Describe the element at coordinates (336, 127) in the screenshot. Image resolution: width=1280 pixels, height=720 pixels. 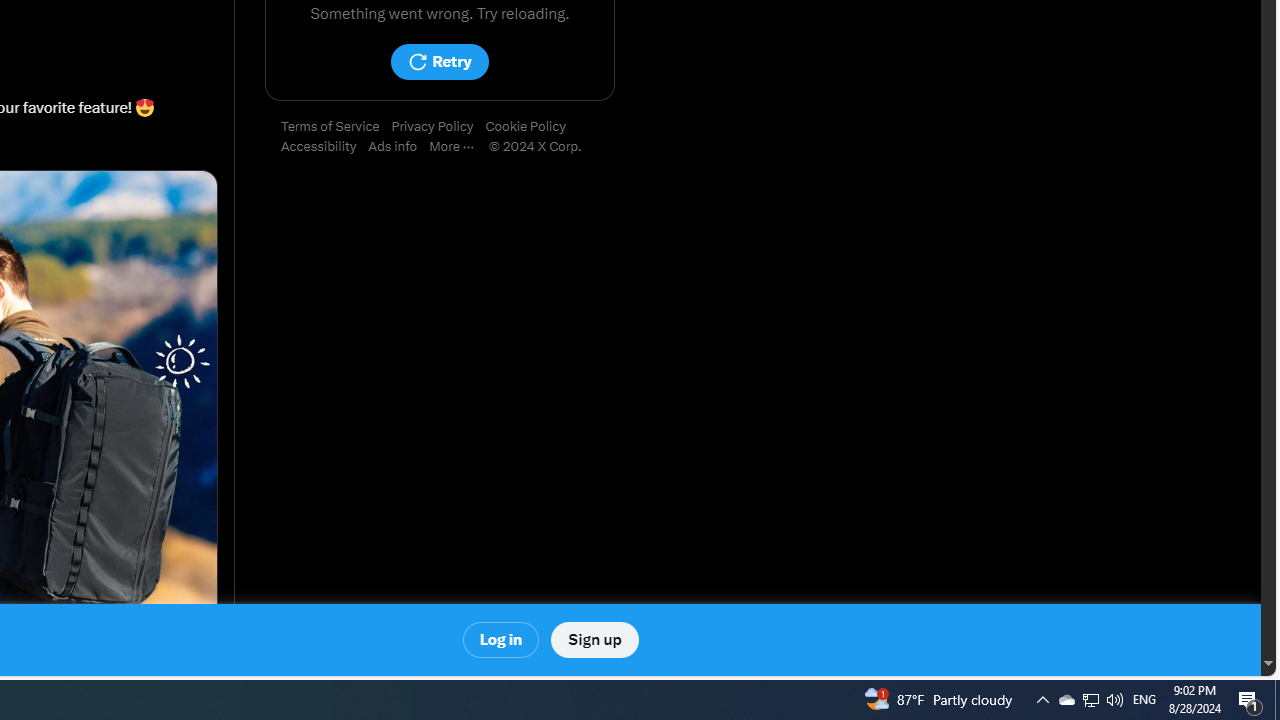
I see `'Terms of Service'` at that location.